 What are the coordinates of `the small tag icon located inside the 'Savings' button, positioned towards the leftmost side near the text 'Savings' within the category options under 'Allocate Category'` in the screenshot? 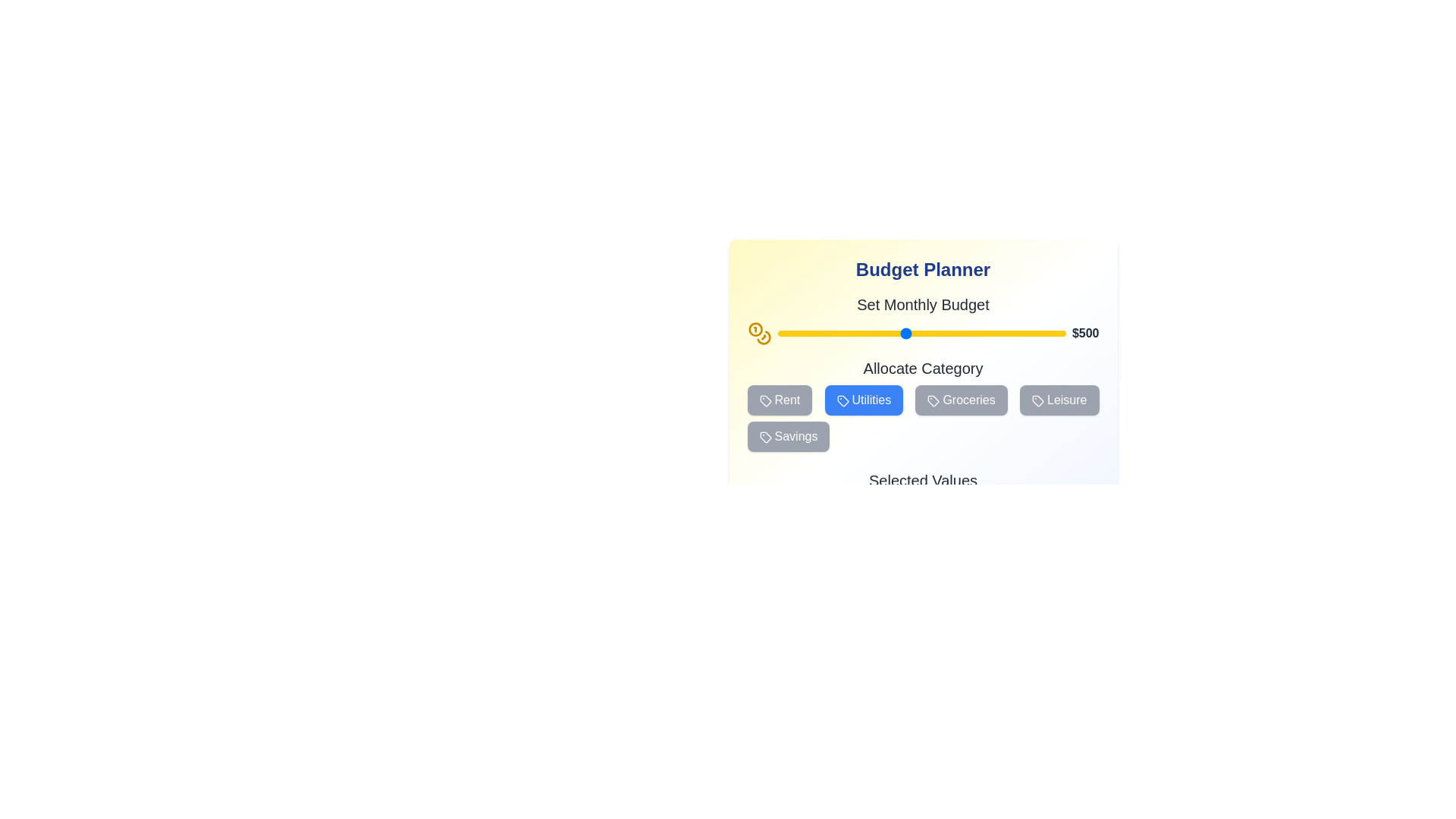 It's located at (765, 437).